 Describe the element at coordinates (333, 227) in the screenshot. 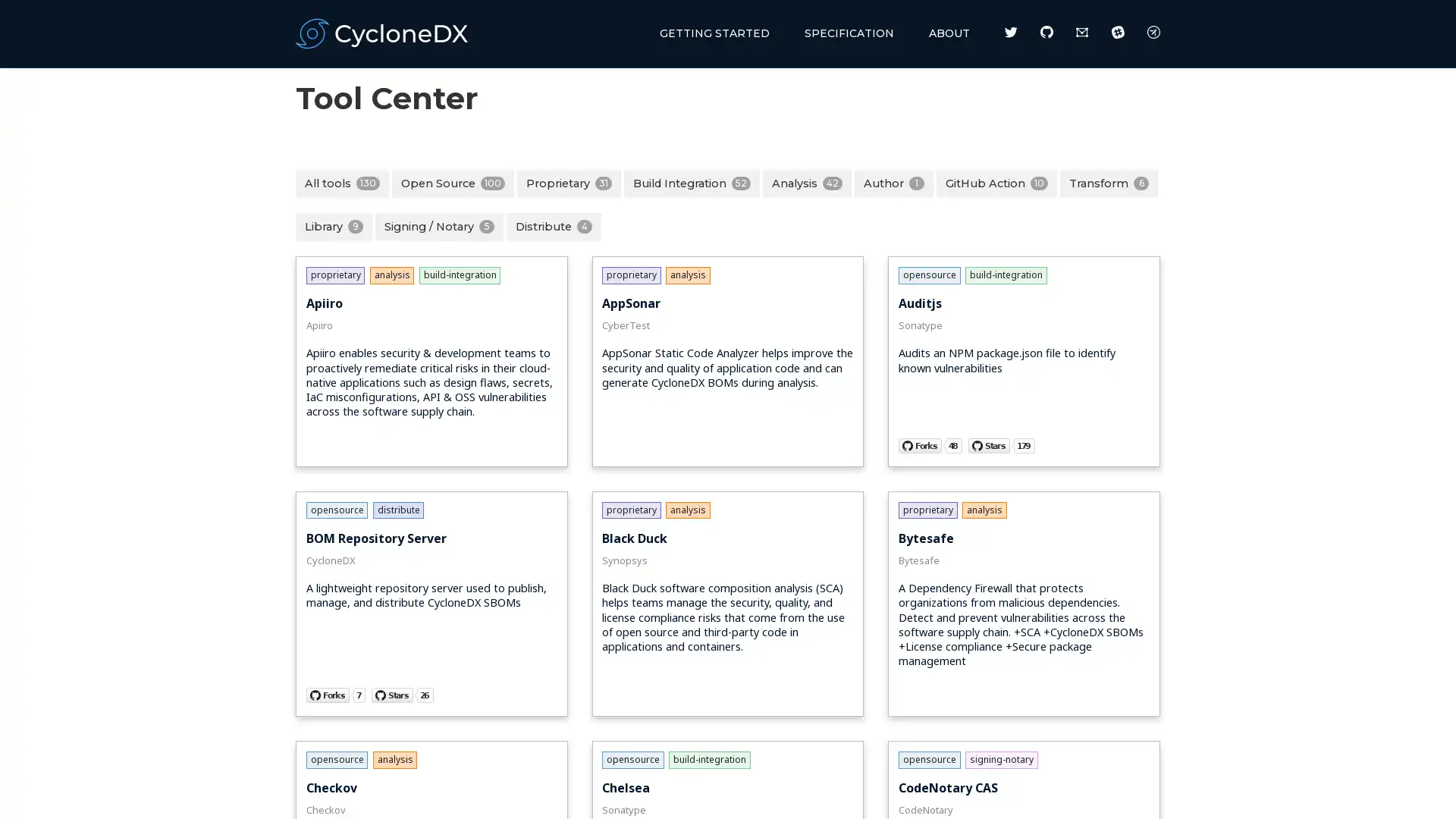

I see `Library 9` at that location.